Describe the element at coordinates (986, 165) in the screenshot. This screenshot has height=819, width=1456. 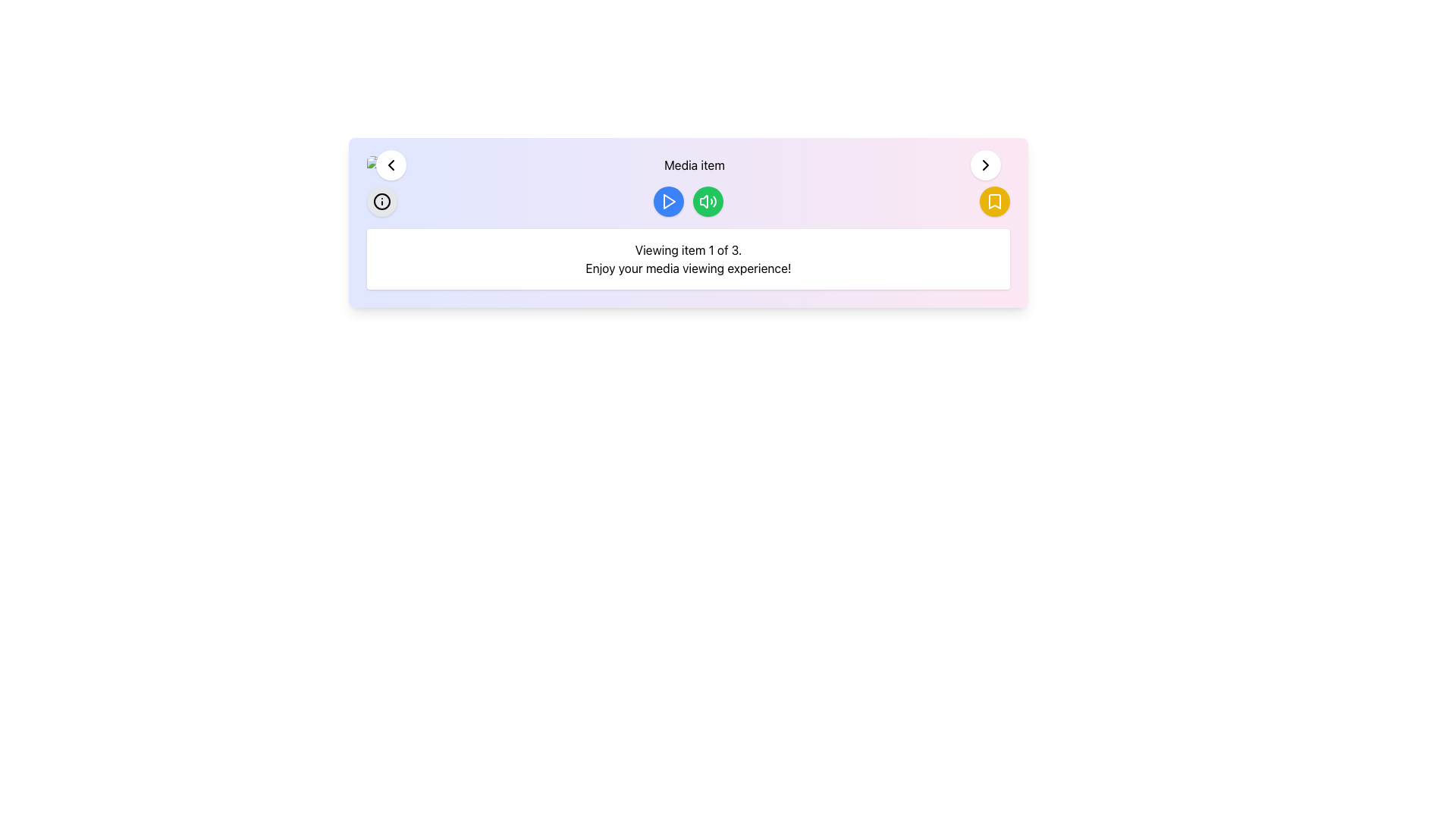
I see `the right-pointing chevron icon located within the circular button at the top-right of the primary interface section` at that location.